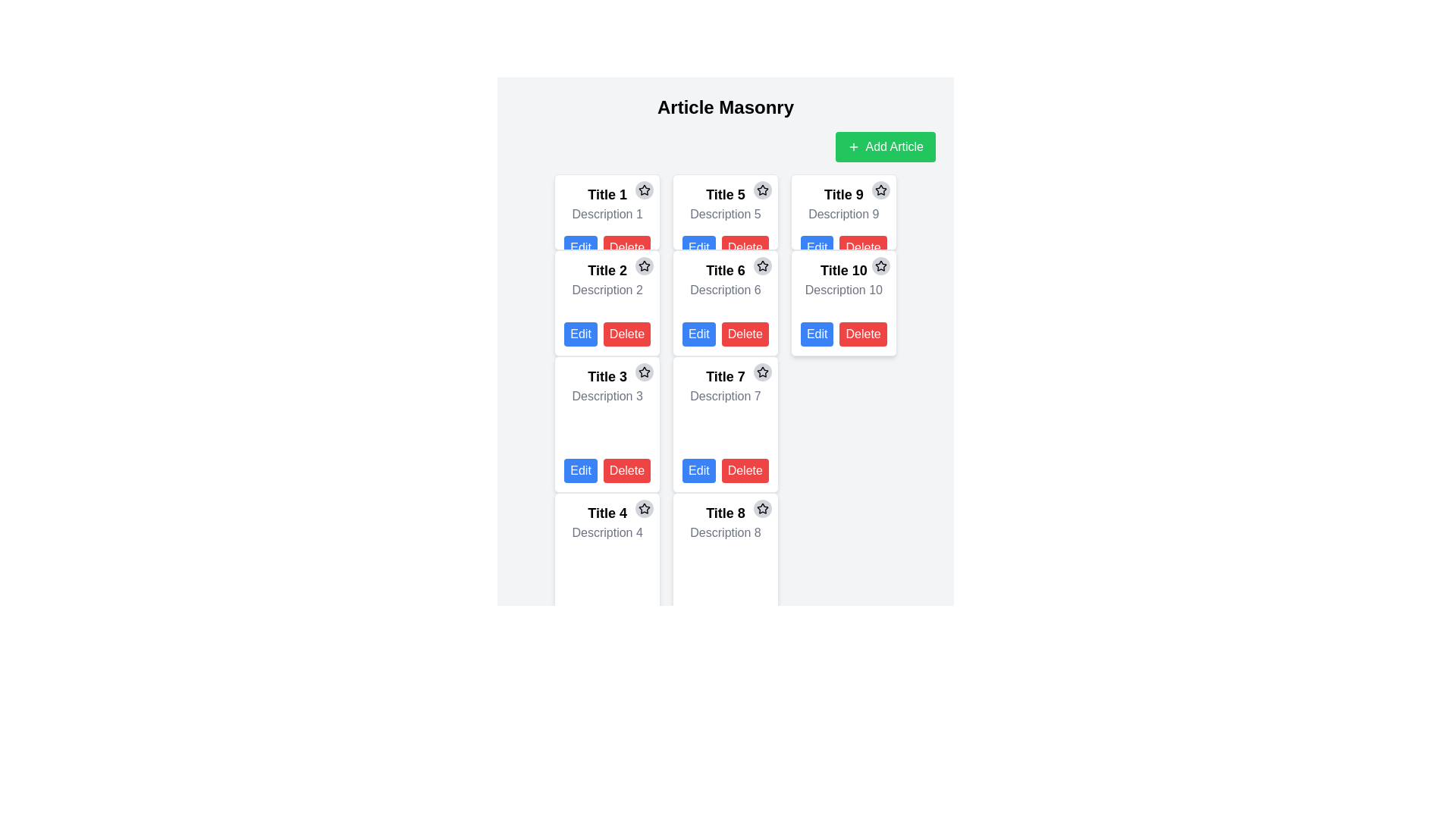 This screenshot has height=819, width=1456. What do you see at coordinates (626, 470) in the screenshot?
I see `the 'Delete' button with a red background and white text` at bounding box center [626, 470].